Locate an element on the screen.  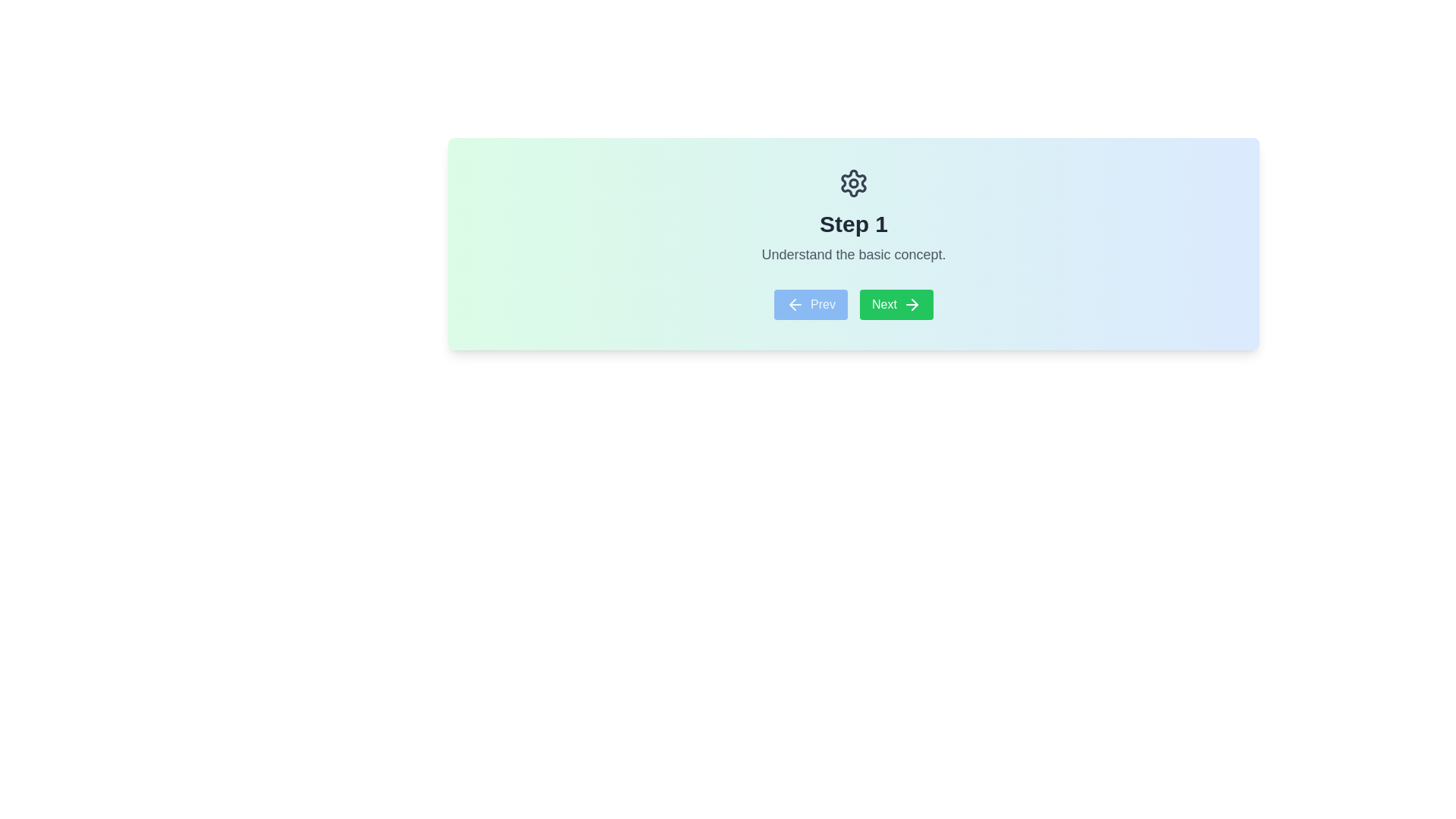
the 'Prev' button, which is a rectangular button with white text and a blue background is located at coordinates (810, 304).